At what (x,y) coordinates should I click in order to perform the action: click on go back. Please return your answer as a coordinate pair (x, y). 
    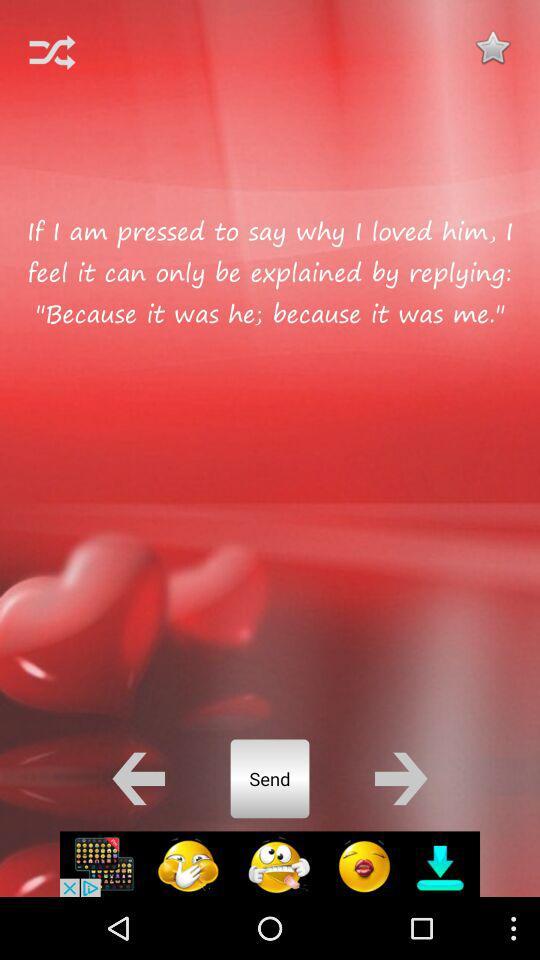
    Looking at the image, I should click on (137, 777).